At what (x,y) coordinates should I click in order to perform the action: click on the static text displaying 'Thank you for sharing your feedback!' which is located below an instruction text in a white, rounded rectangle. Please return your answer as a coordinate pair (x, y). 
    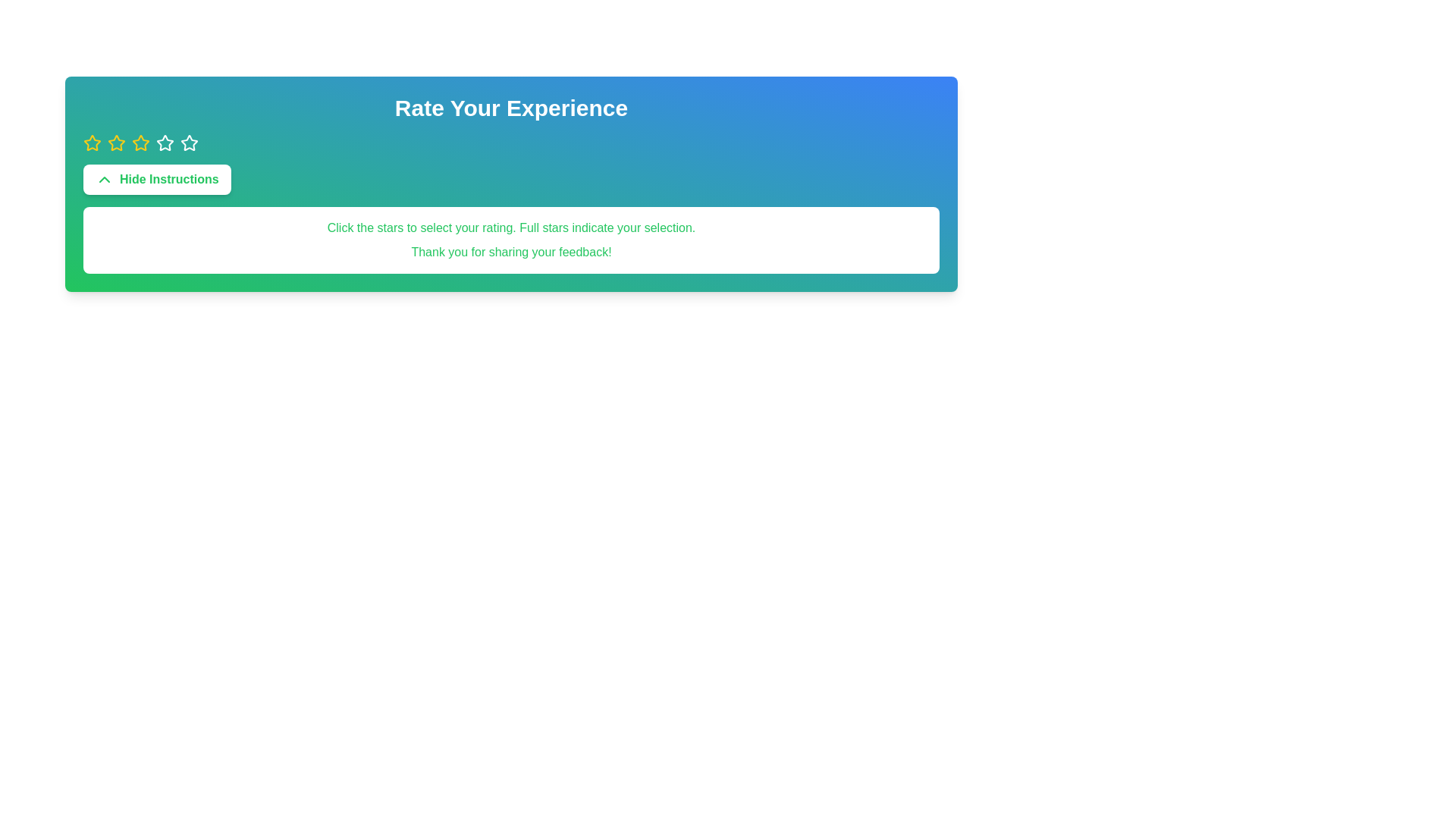
    Looking at the image, I should click on (511, 251).